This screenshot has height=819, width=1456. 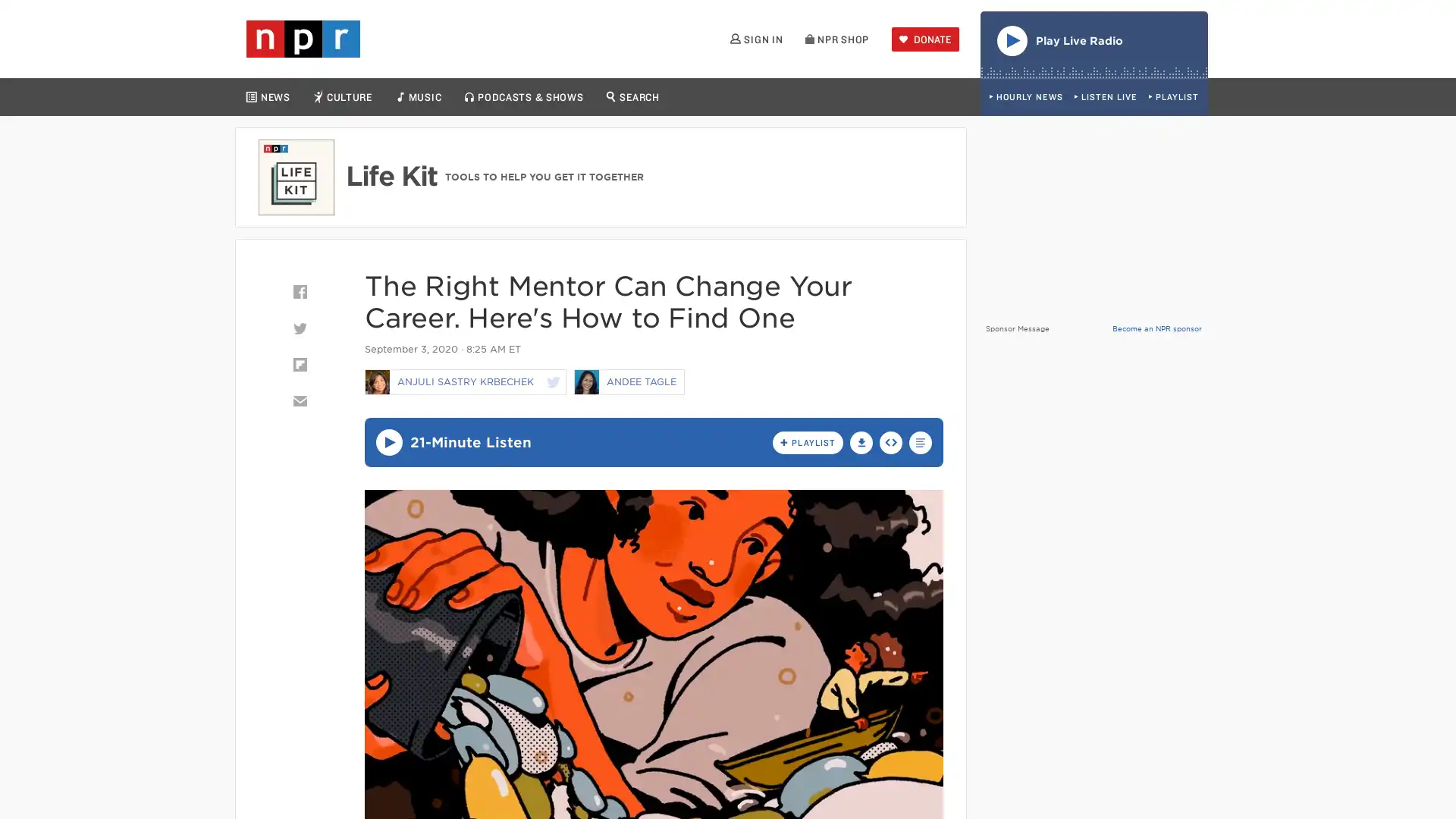 I want to click on Play Live Radio, so click(x=1094, y=43).